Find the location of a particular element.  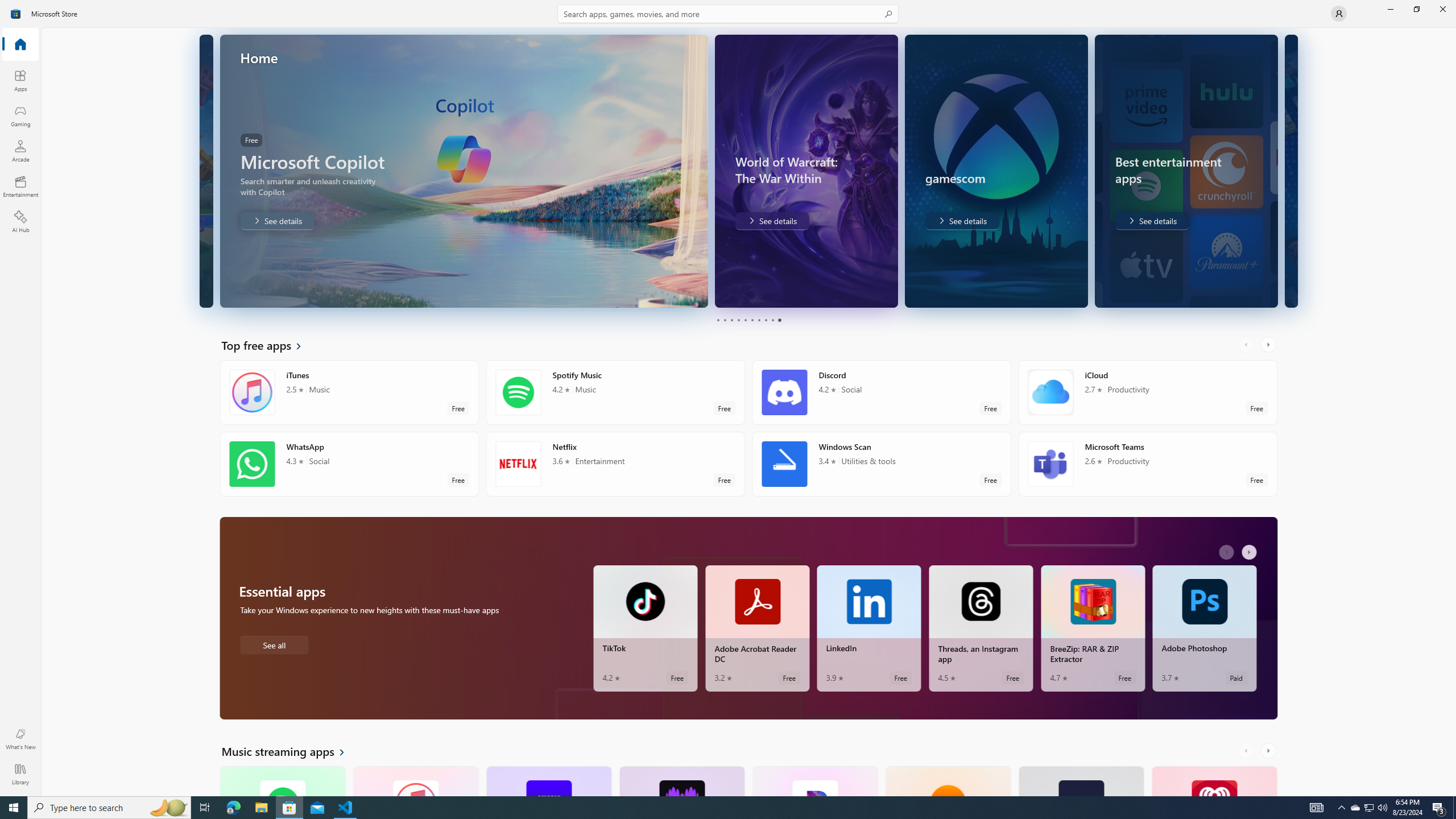

'Arcade' is located at coordinates (19, 150).